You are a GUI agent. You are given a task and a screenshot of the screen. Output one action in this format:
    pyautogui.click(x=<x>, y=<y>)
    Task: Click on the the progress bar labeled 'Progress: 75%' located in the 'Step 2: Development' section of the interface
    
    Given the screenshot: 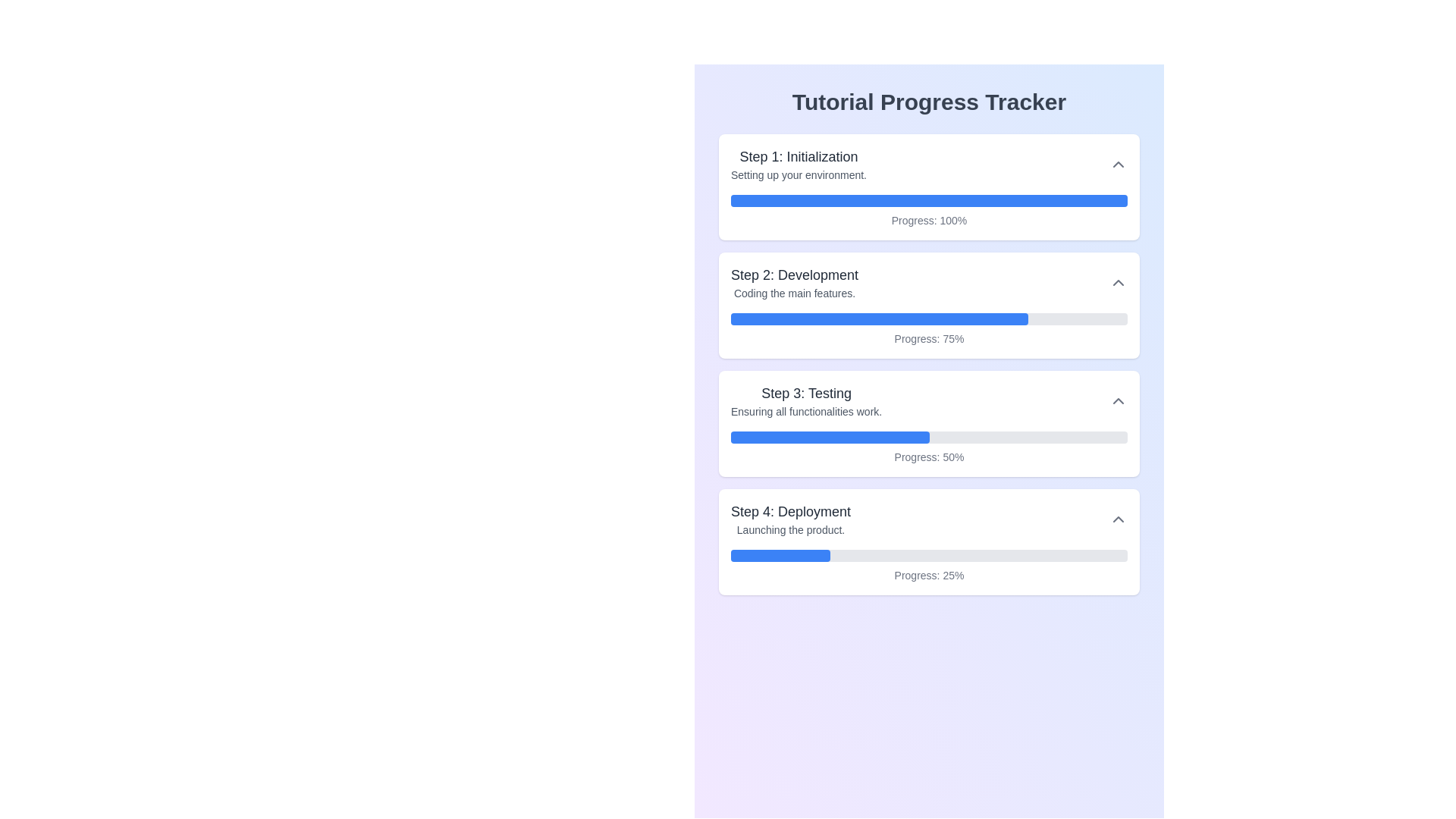 What is the action you would take?
    pyautogui.click(x=928, y=329)
    